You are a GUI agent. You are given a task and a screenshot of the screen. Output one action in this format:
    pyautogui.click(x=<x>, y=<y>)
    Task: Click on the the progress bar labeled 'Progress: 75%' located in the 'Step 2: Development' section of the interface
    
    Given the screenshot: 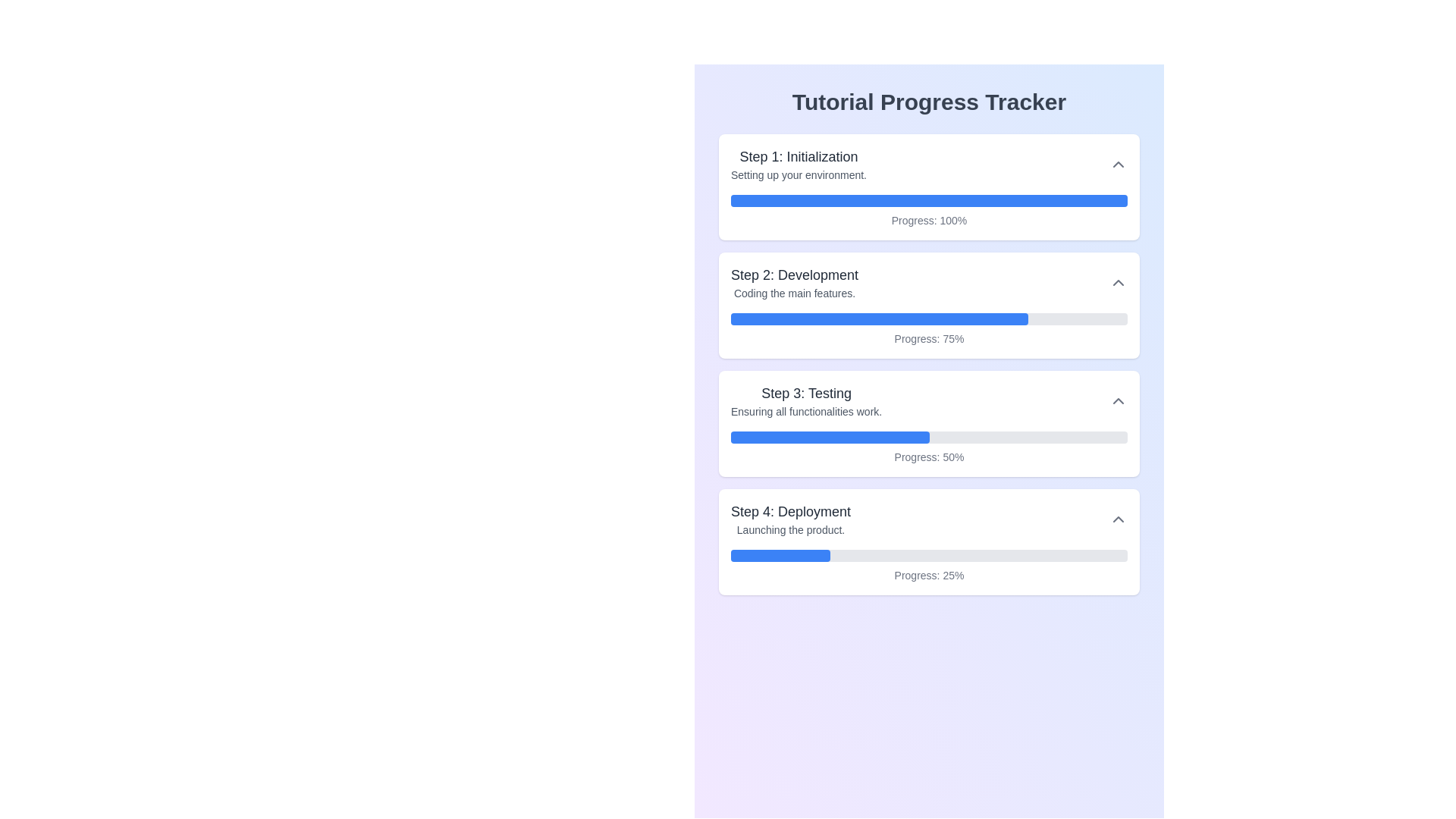 What is the action you would take?
    pyautogui.click(x=928, y=329)
    